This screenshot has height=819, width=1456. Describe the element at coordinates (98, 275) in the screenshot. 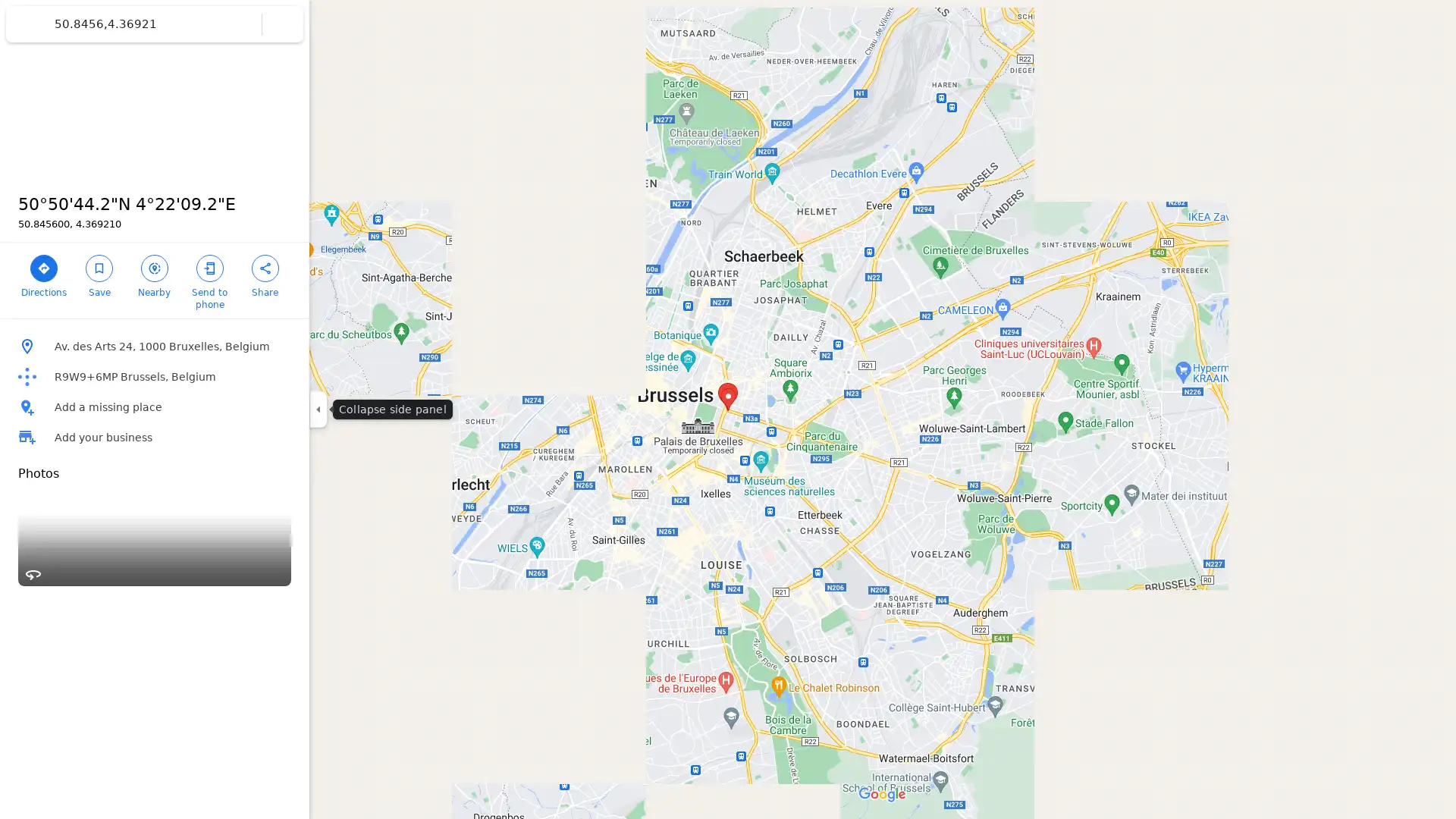

I see `Save 5050'44.2"N 422'09.2"E in your lists` at that location.